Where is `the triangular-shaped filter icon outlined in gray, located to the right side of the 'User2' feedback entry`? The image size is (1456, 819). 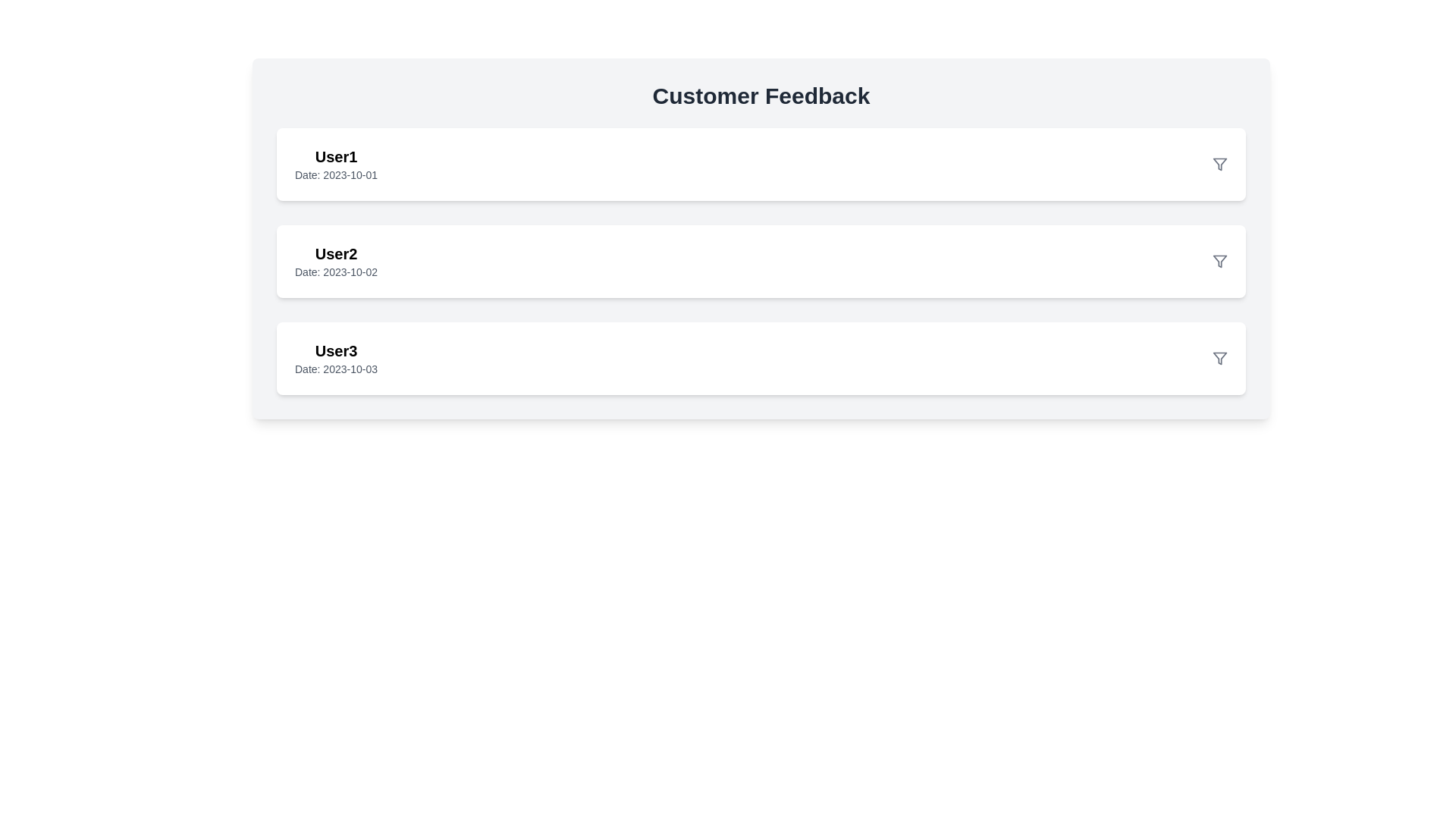
the triangular-shaped filter icon outlined in gray, located to the right side of the 'User2' feedback entry is located at coordinates (1219, 359).